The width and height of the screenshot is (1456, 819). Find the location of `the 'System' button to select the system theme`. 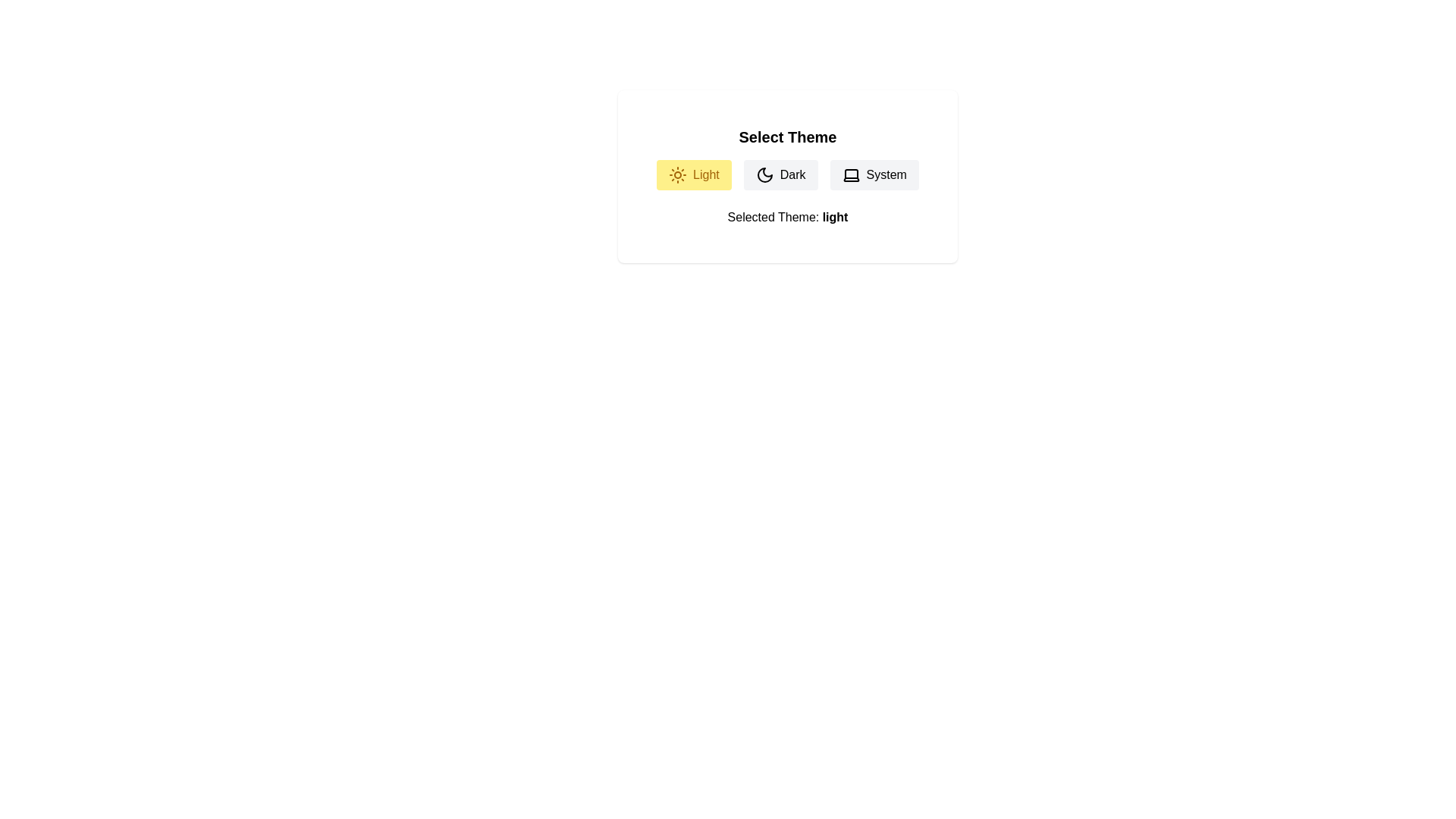

the 'System' button to select the system theme is located at coordinates (874, 174).